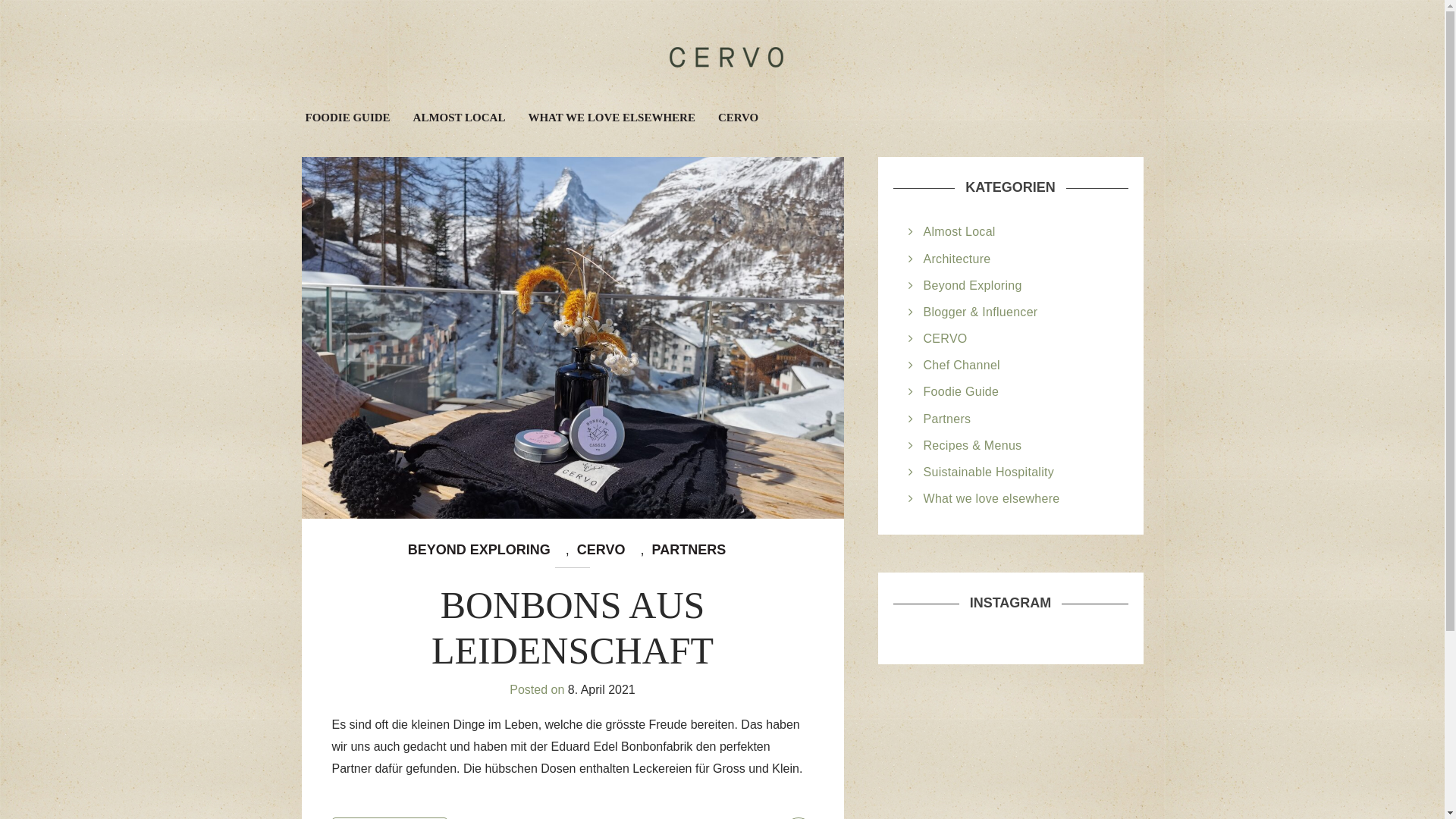 This screenshot has width=1456, height=819. Describe the element at coordinates (688, 550) in the screenshot. I see `'PARTNERS'` at that location.